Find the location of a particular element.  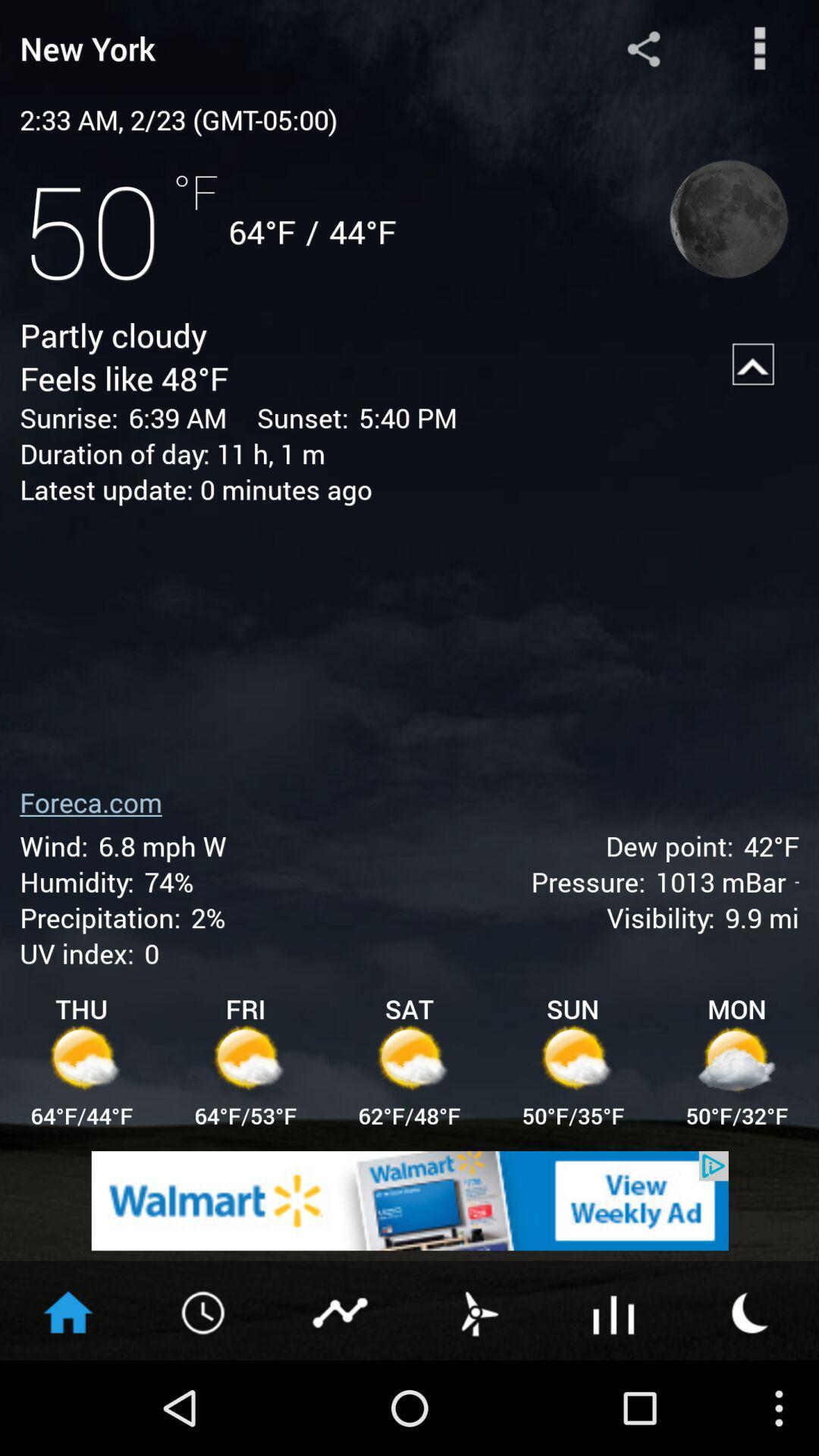

go up is located at coordinates (754, 365).